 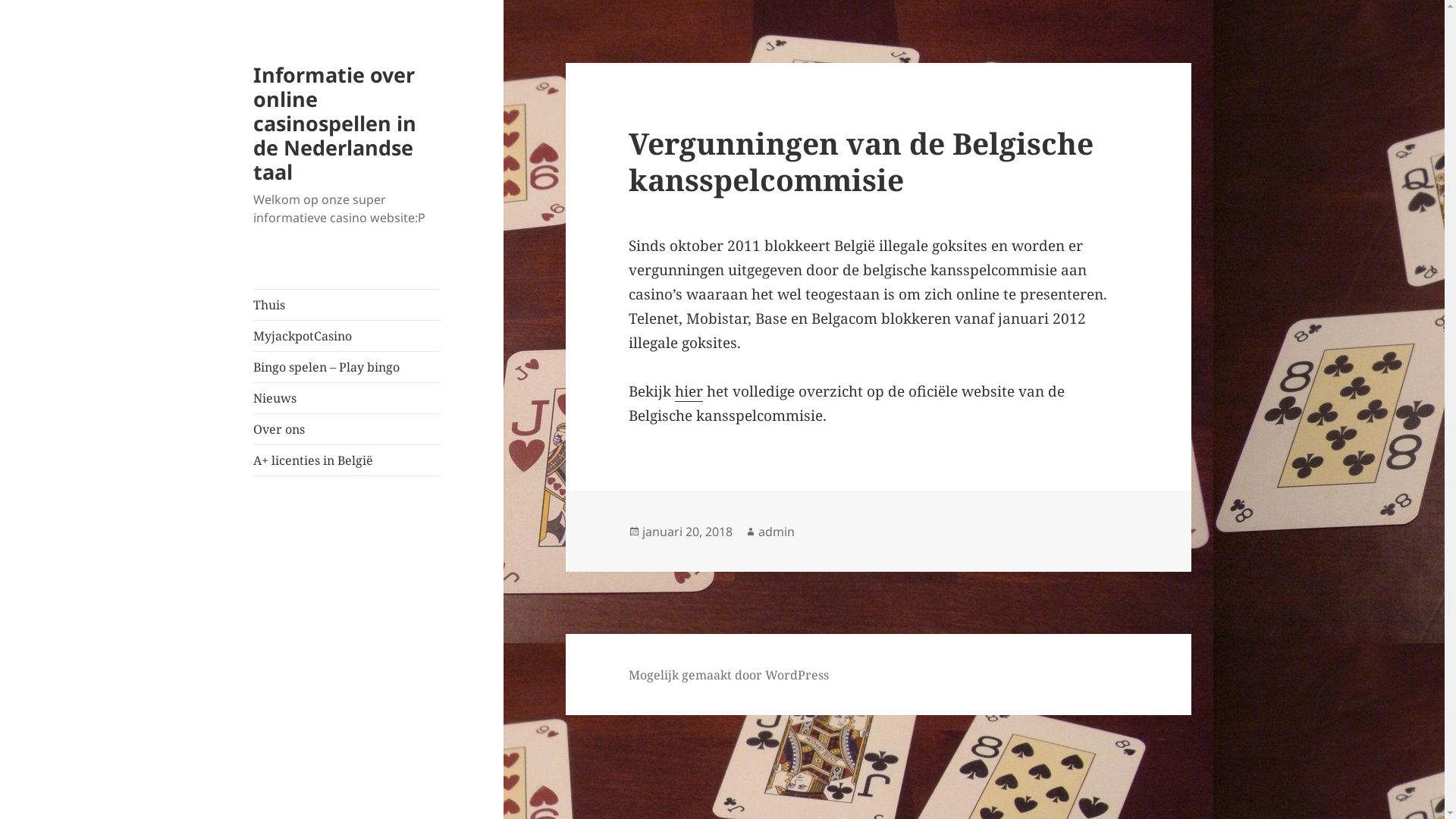 What do you see at coordinates (253, 429) in the screenshot?
I see `'Over ons'` at bounding box center [253, 429].